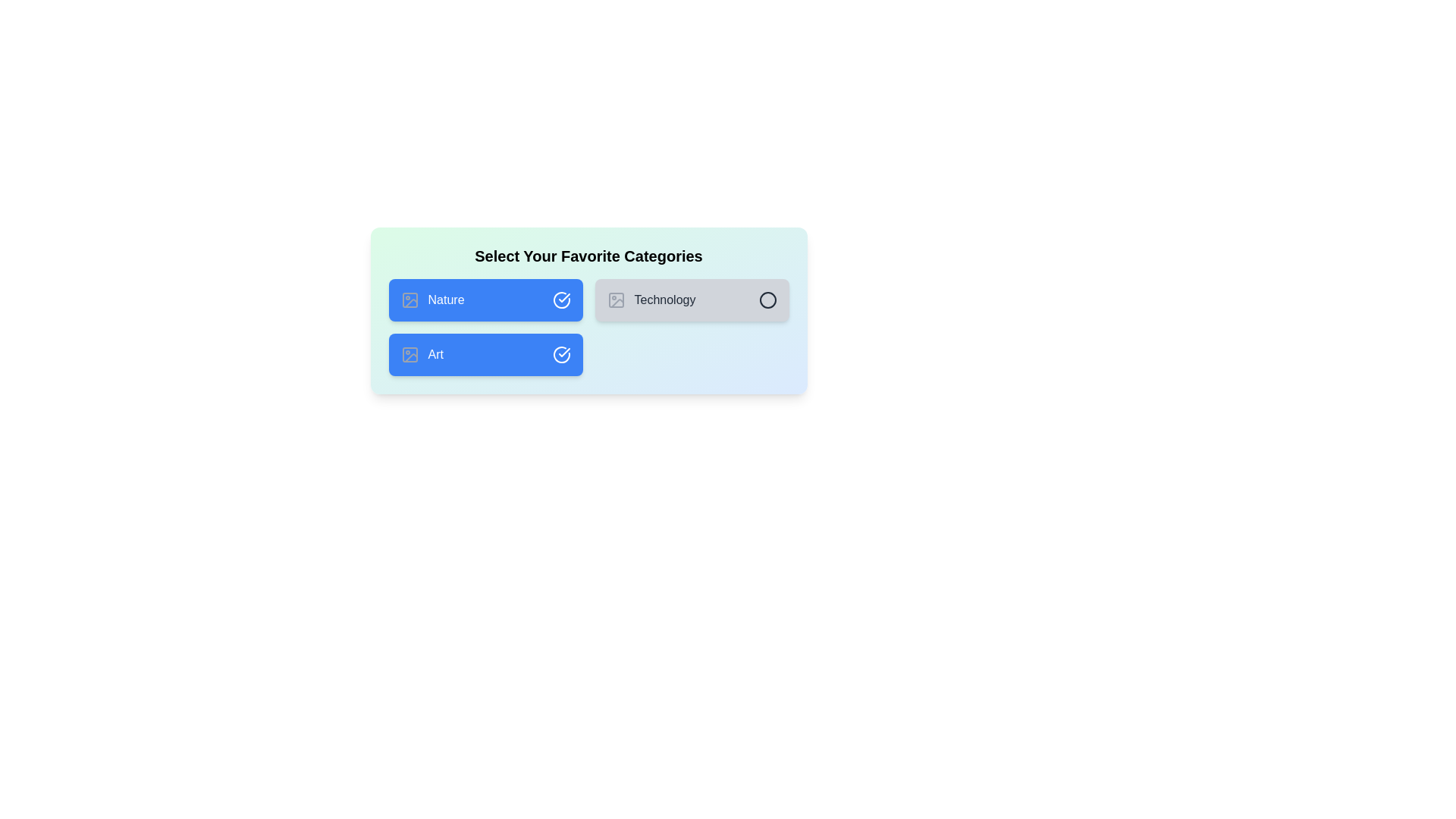  Describe the element at coordinates (485, 300) in the screenshot. I see `the category Nature to observe the hover effect` at that location.